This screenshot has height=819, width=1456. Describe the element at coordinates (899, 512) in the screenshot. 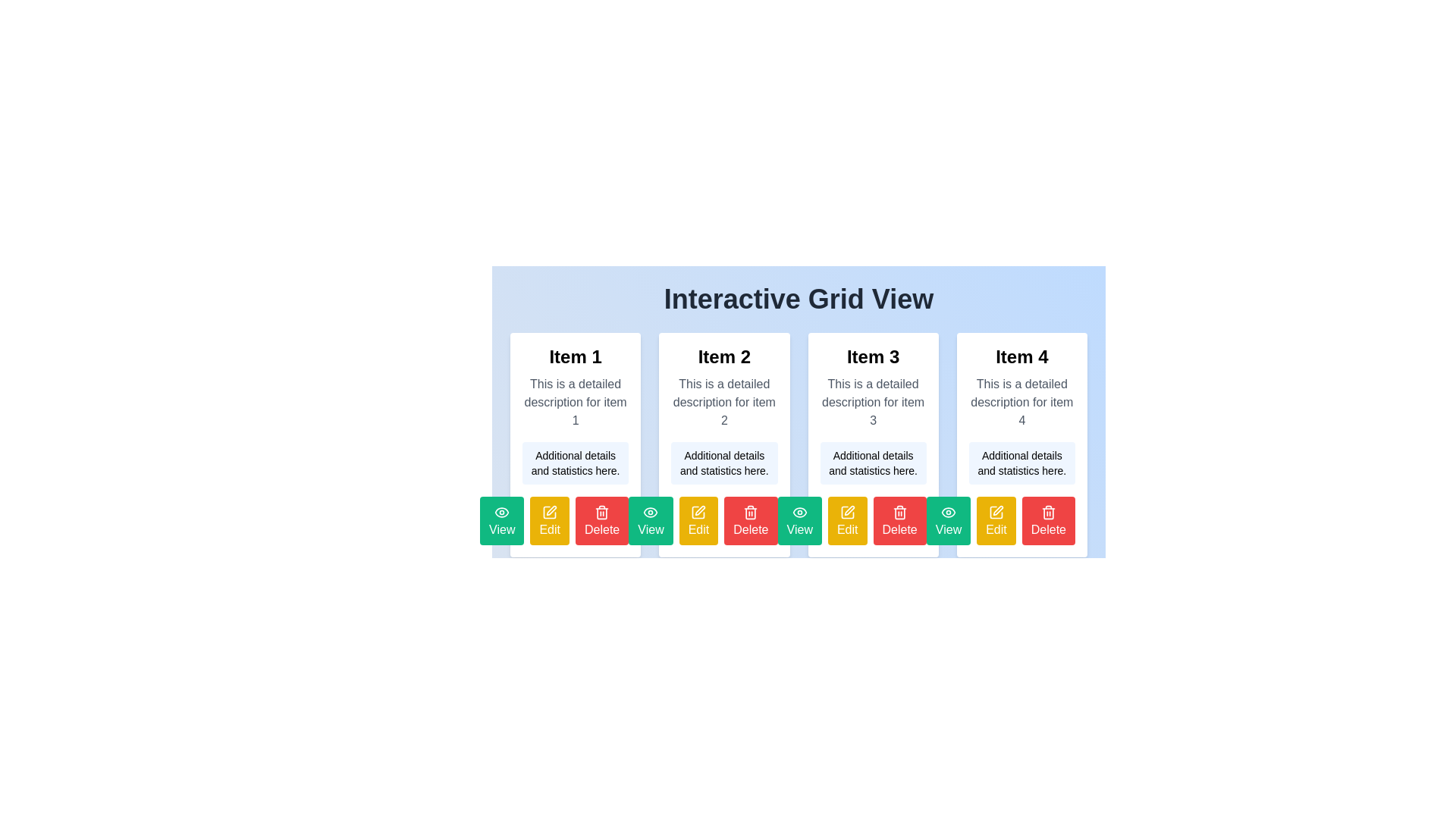

I see `the trash bin icon styled in red next to the 'Delete' button` at that location.